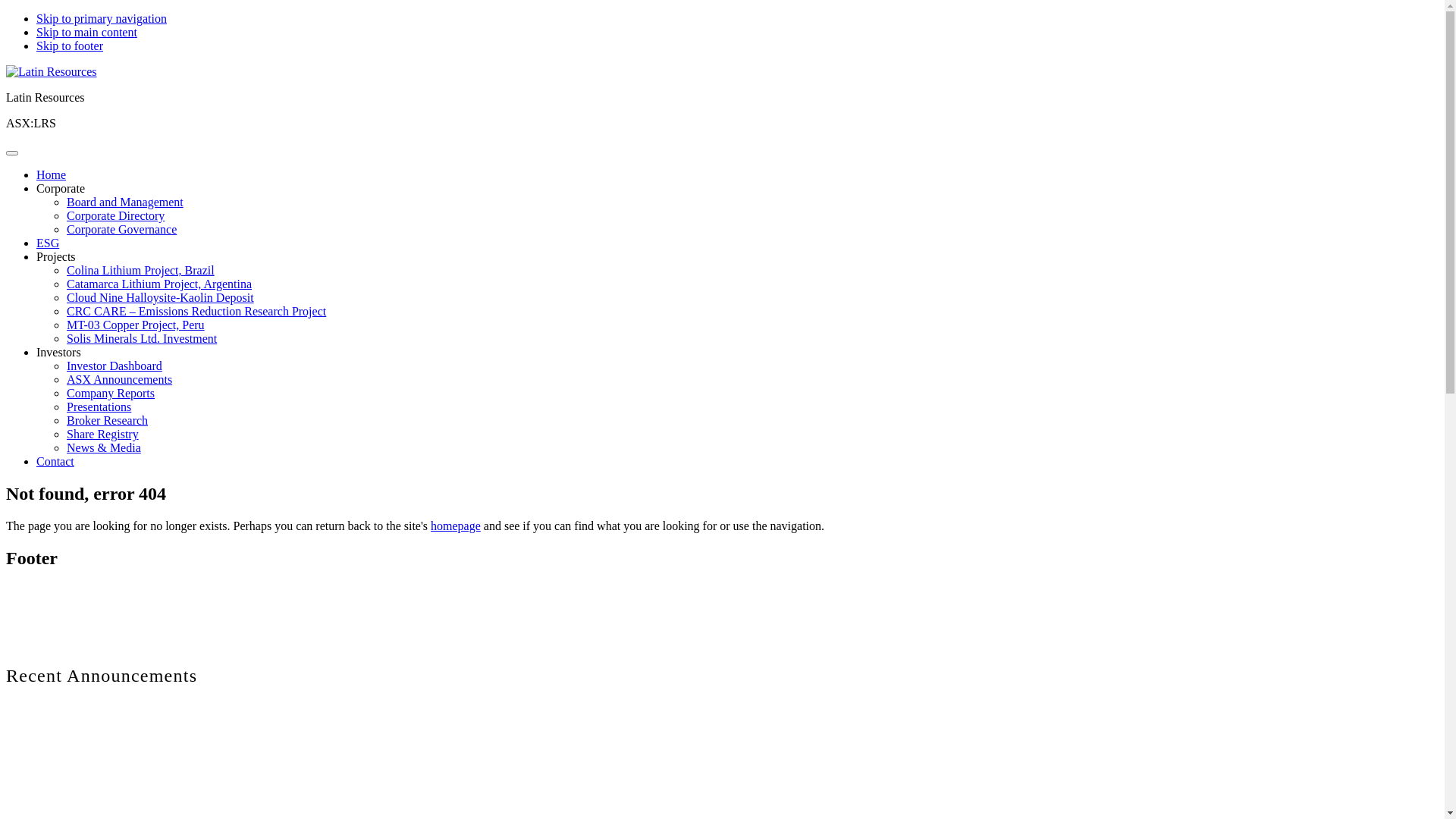 Image resolution: width=1456 pixels, height=819 pixels. What do you see at coordinates (113, 366) in the screenshot?
I see `'Investor Dashboard'` at bounding box center [113, 366].